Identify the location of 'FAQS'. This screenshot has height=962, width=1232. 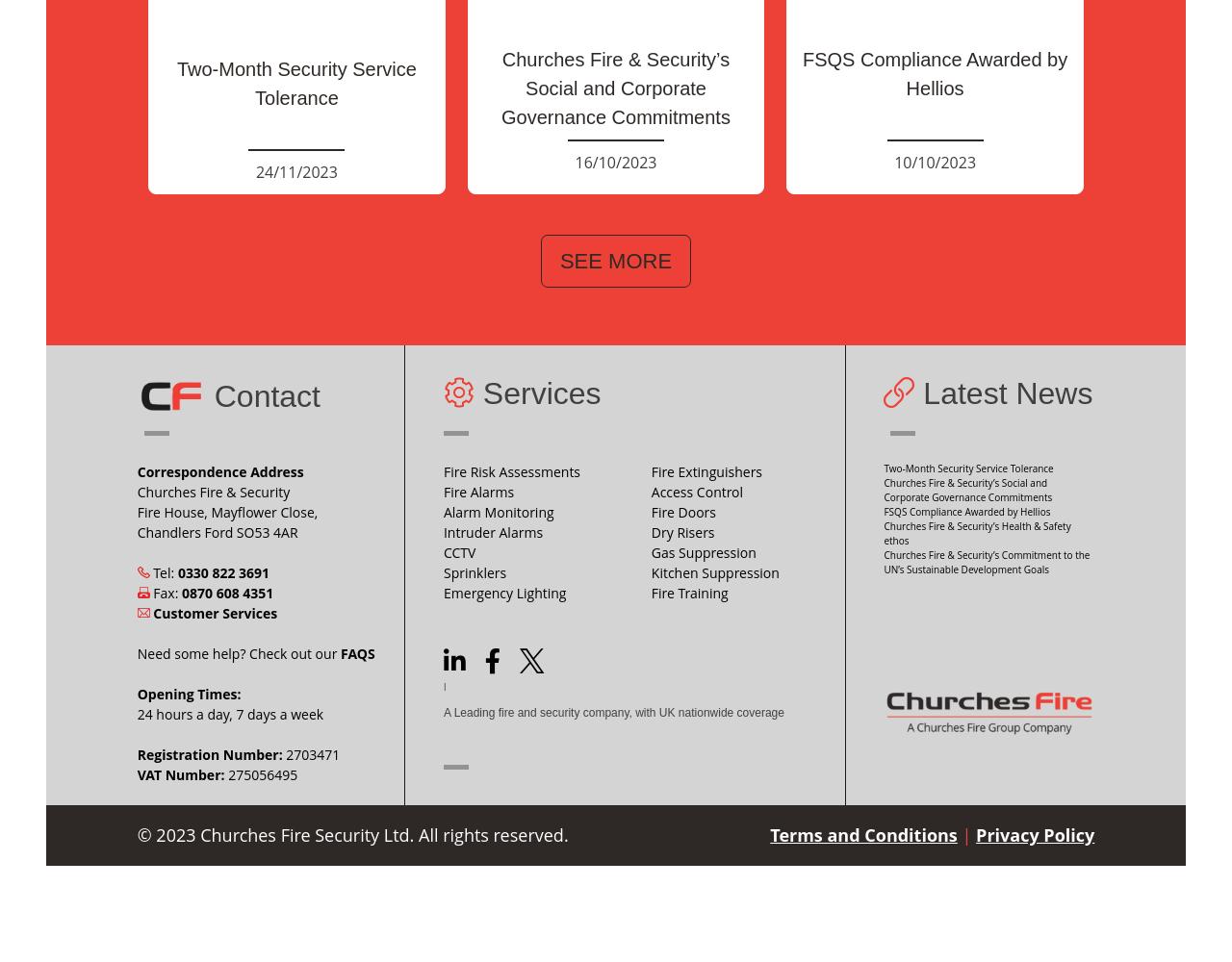
(357, 652).